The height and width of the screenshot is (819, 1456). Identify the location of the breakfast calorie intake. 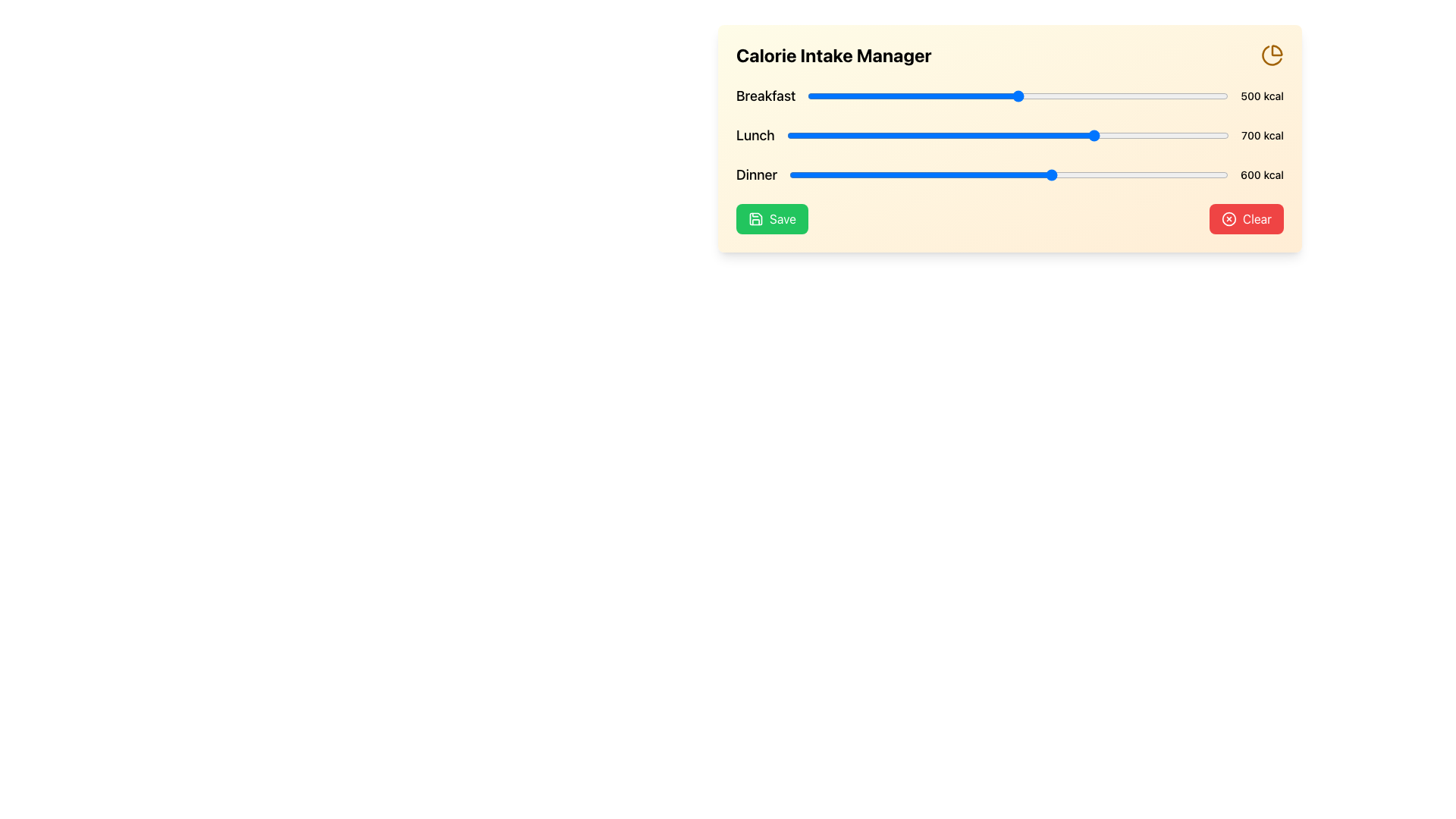
(825, 96).